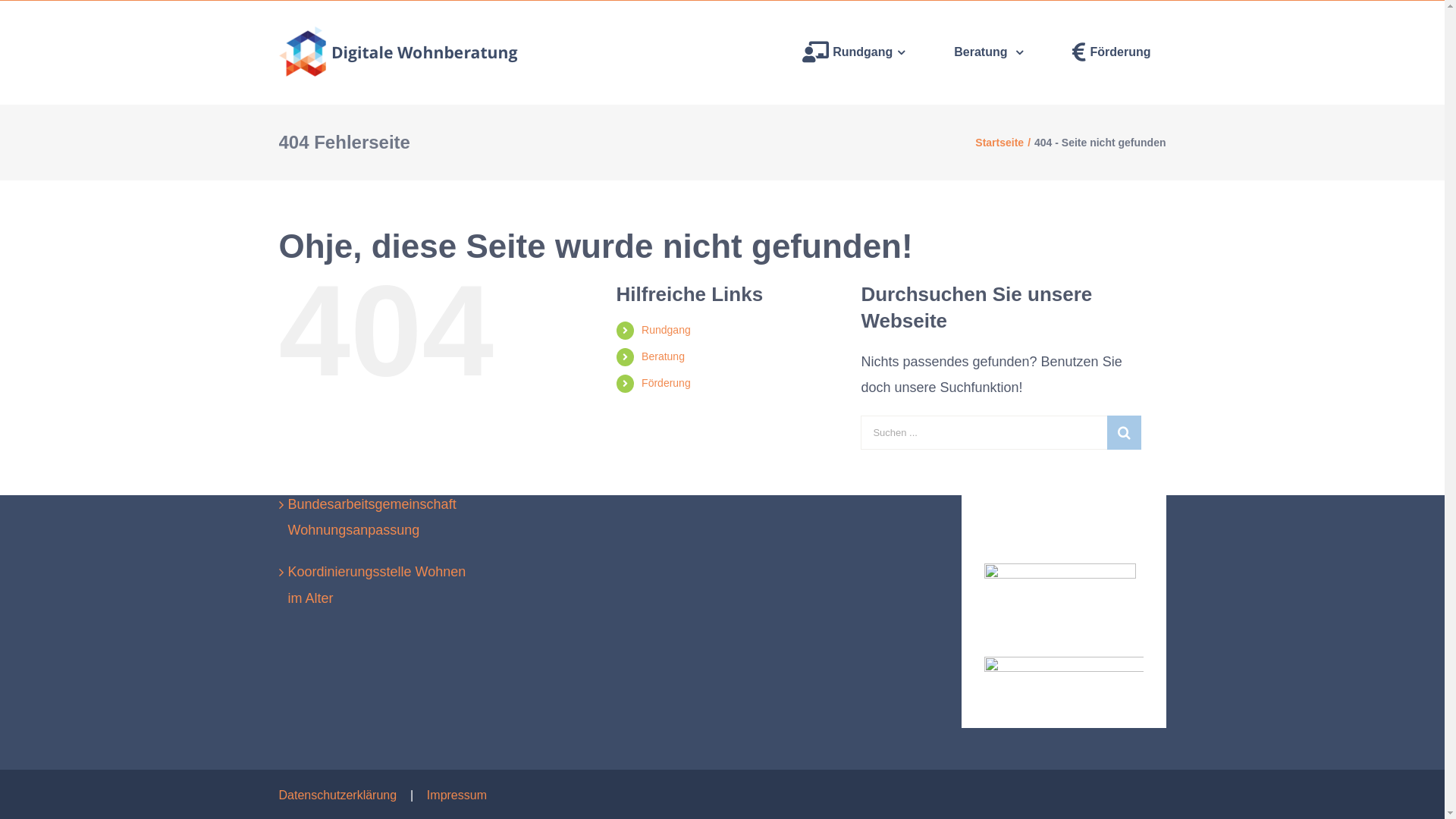 The image size is (1456, 819). Describe the element at coordinates (456, 794) in the screenshot. I see `'Impressum'` at that location.